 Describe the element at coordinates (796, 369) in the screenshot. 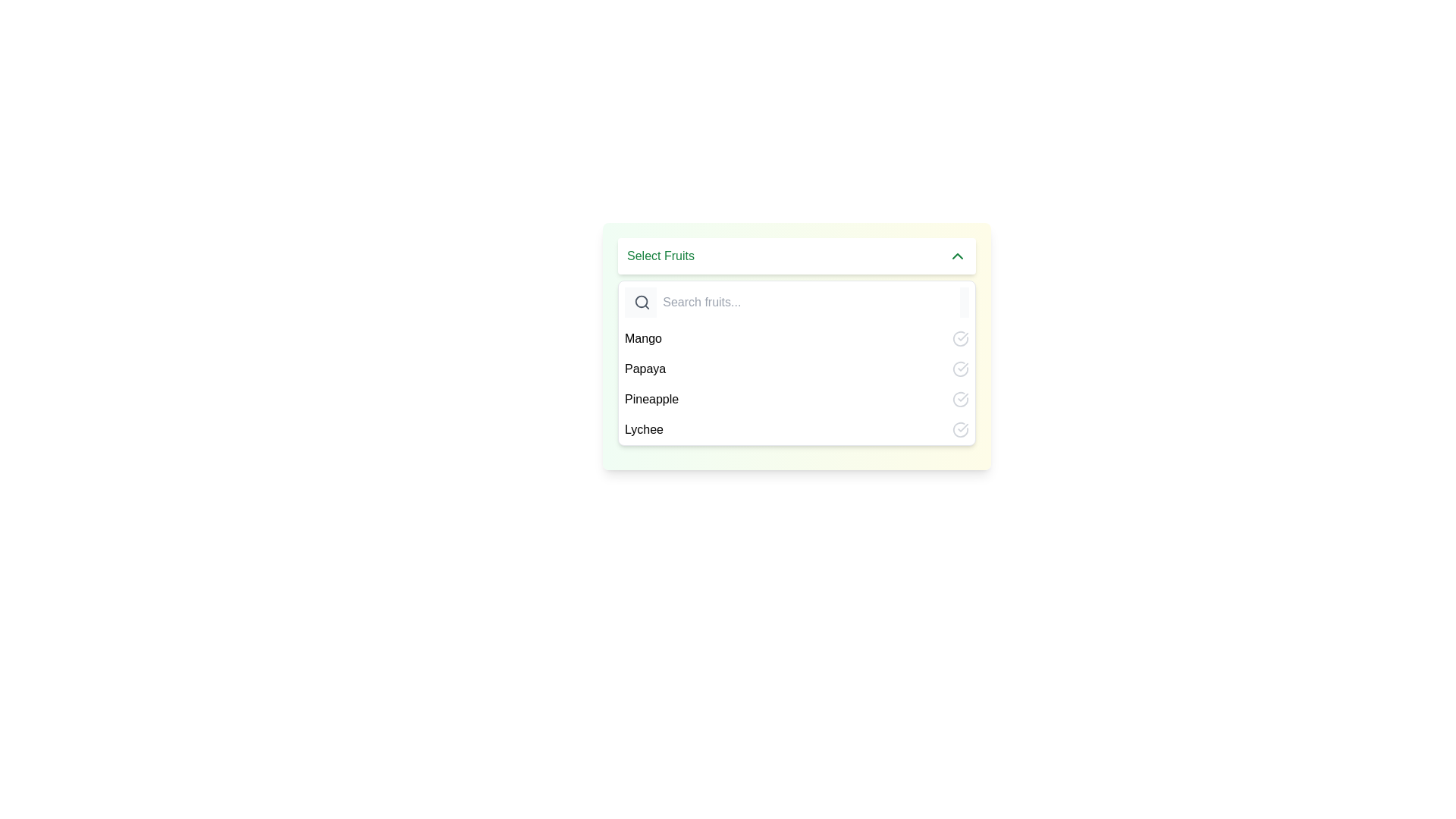

I see `the 'Papaya' option in the dropdown menu, which is the second selectable item located beneath 'Mango' and above 'Pineapple'` at that location.